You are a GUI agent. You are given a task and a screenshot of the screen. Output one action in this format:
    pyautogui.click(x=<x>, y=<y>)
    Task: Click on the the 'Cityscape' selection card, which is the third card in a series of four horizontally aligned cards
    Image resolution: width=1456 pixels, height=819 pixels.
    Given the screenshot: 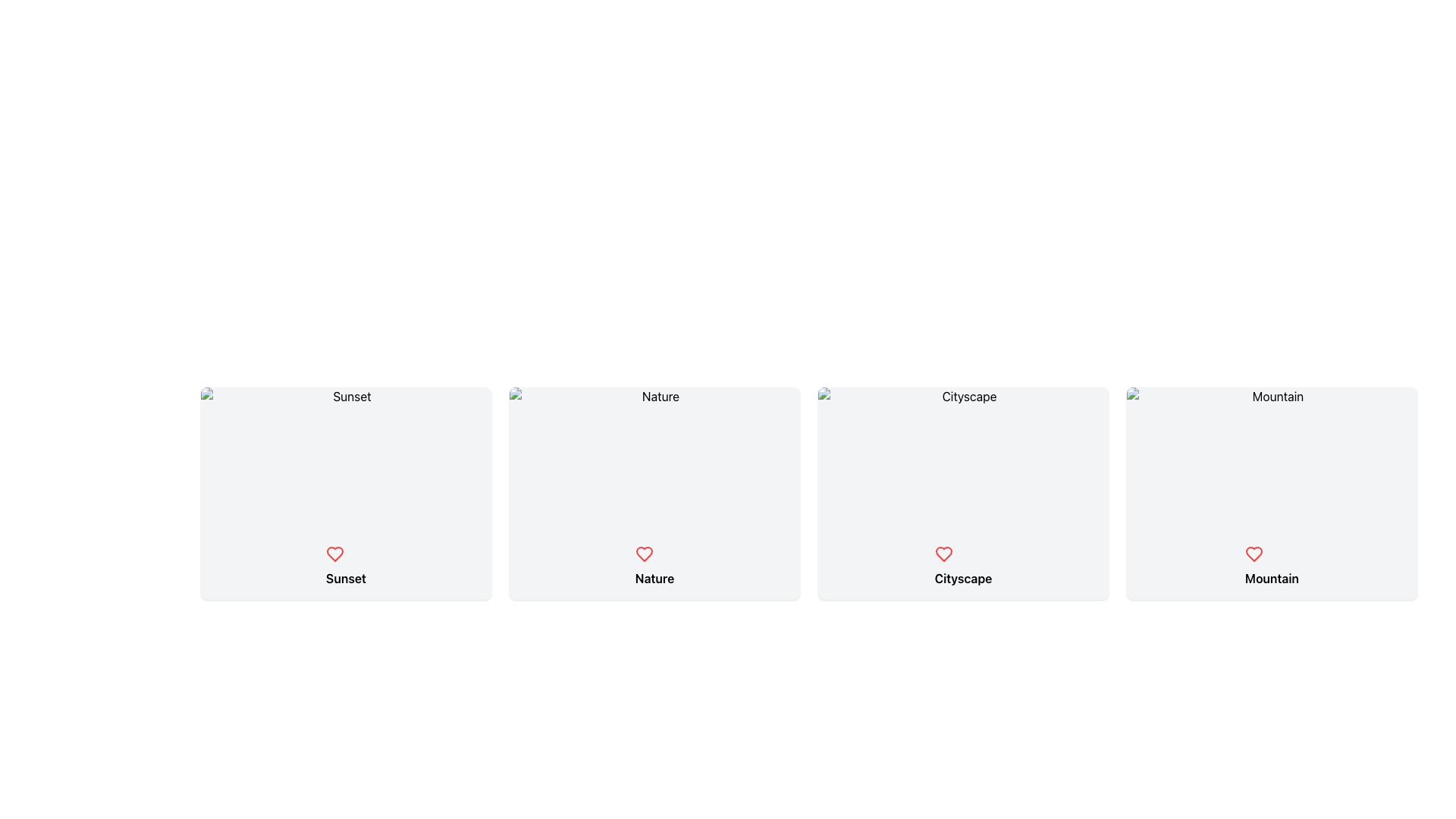 What is the action you would take?
    pyautogui.click(x=962, y=494)
    